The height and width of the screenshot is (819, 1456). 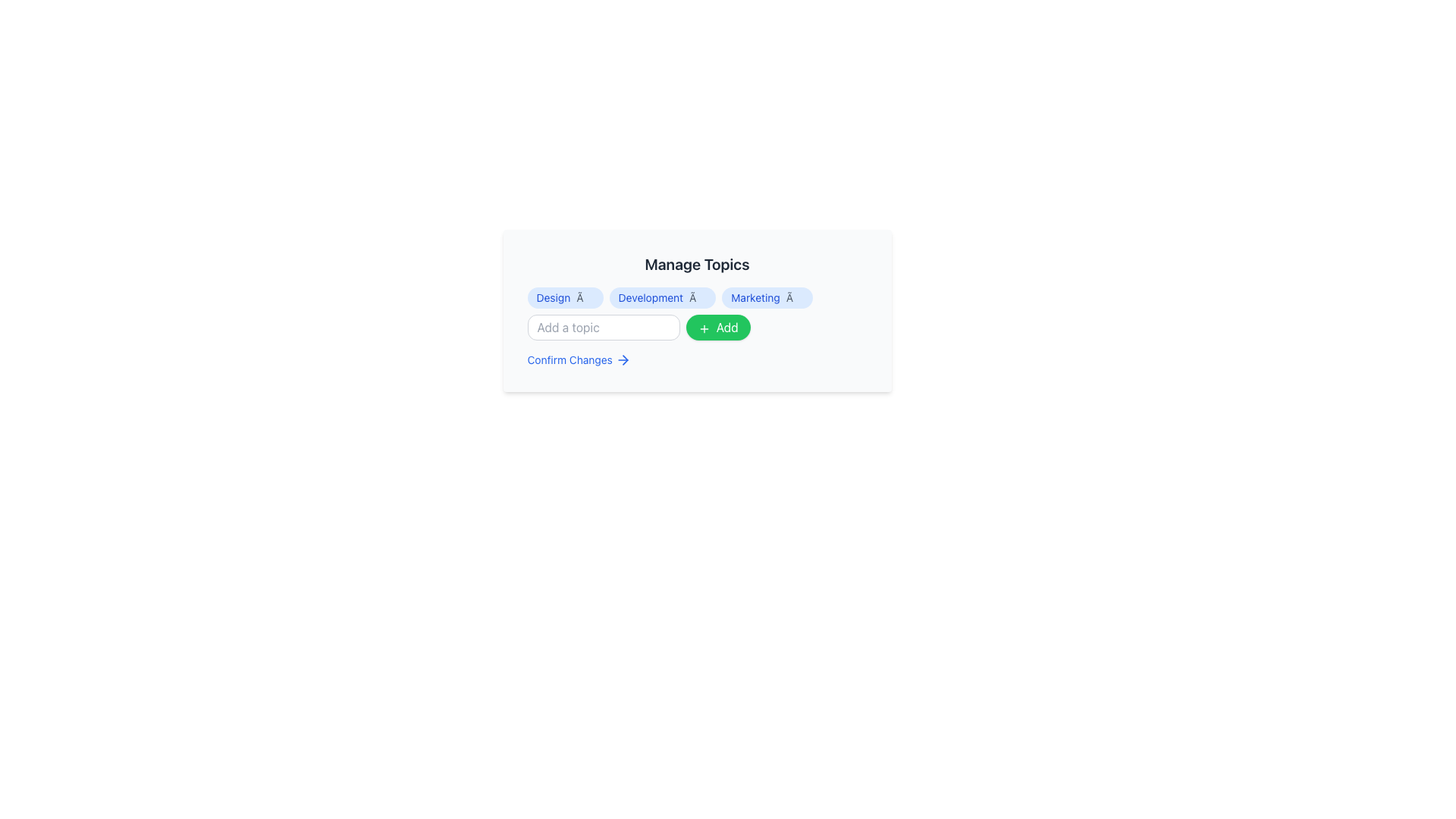 I want to click on the button located at the top-right corner of the 'Marketing' blue tag, so click(x=794, y=298).